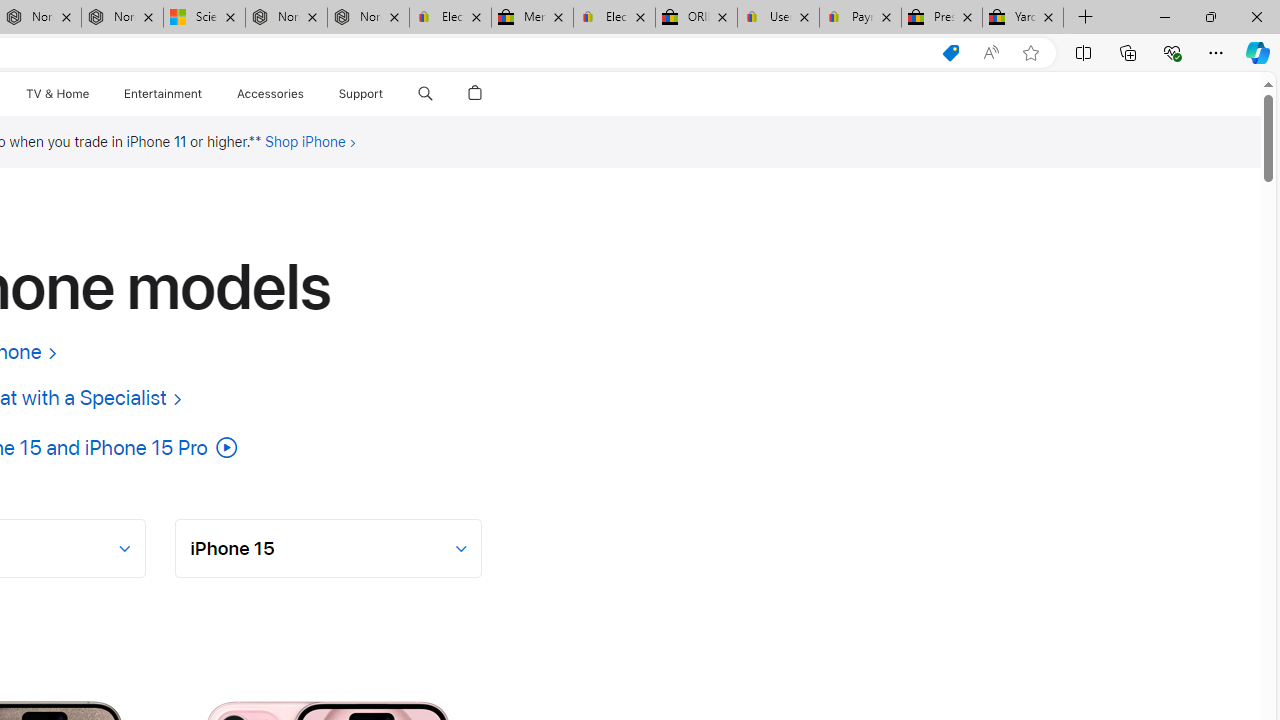 The height and width of the screenshot is (720, 1280). Describe the element at coordinates (254, 140) in the screenshot. I see `'Footnote ** symbol'` at that location.